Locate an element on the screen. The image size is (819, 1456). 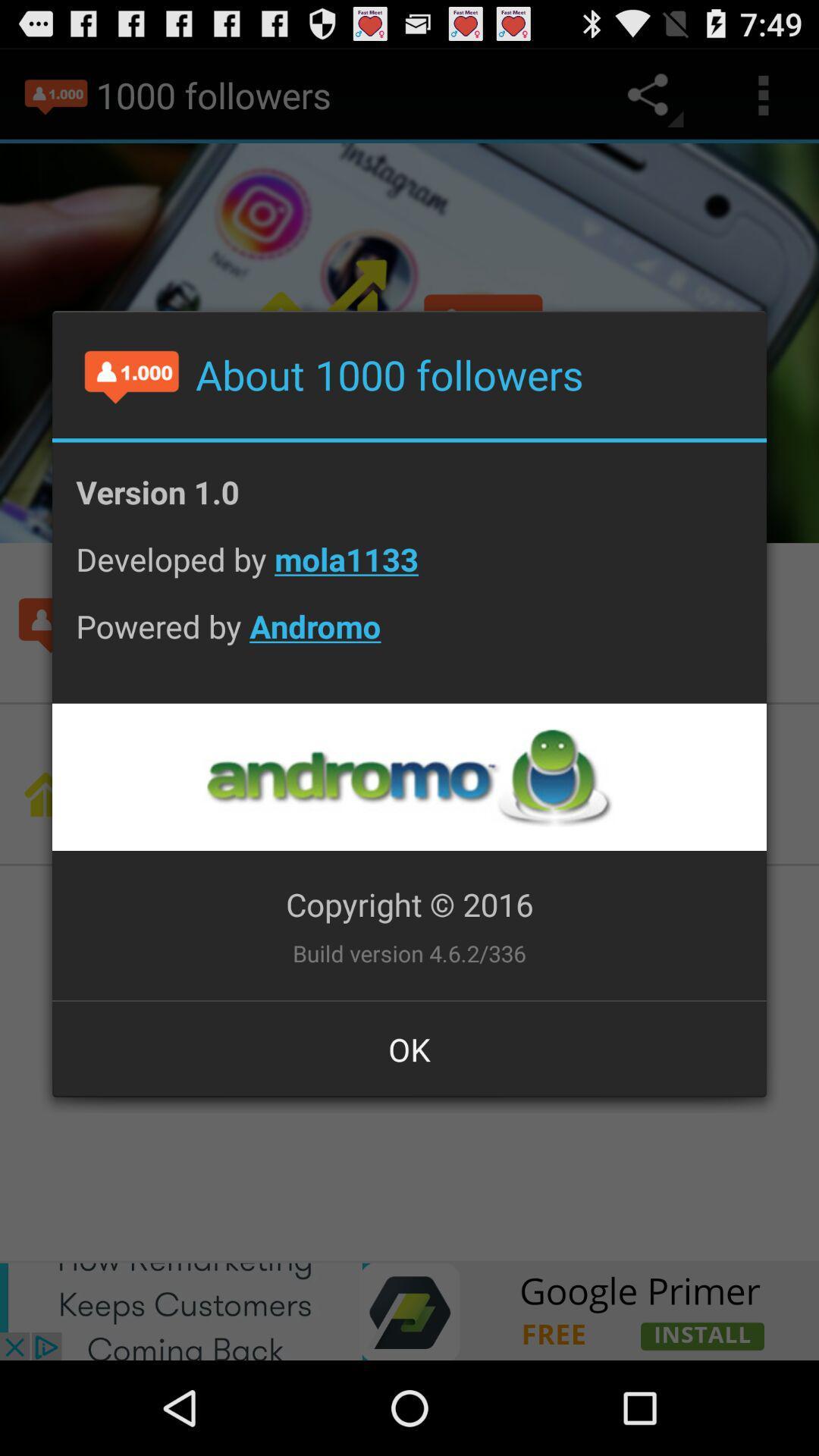
the app below version 1.0 app is located at coordinates (409, 570).